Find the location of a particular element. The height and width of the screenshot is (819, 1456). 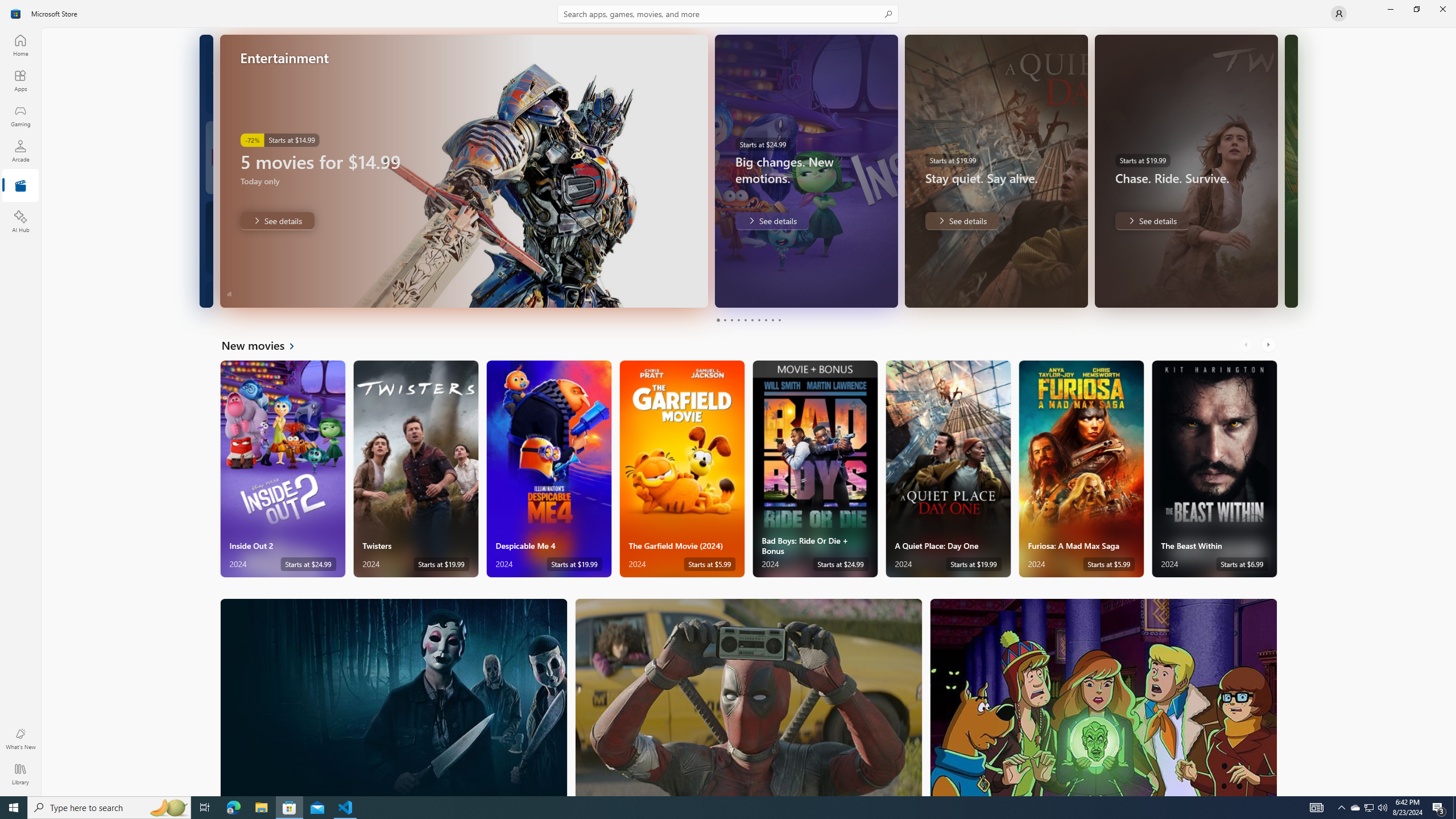

'Minimize Microsoft Store' is located at coordinates (1389, 9).